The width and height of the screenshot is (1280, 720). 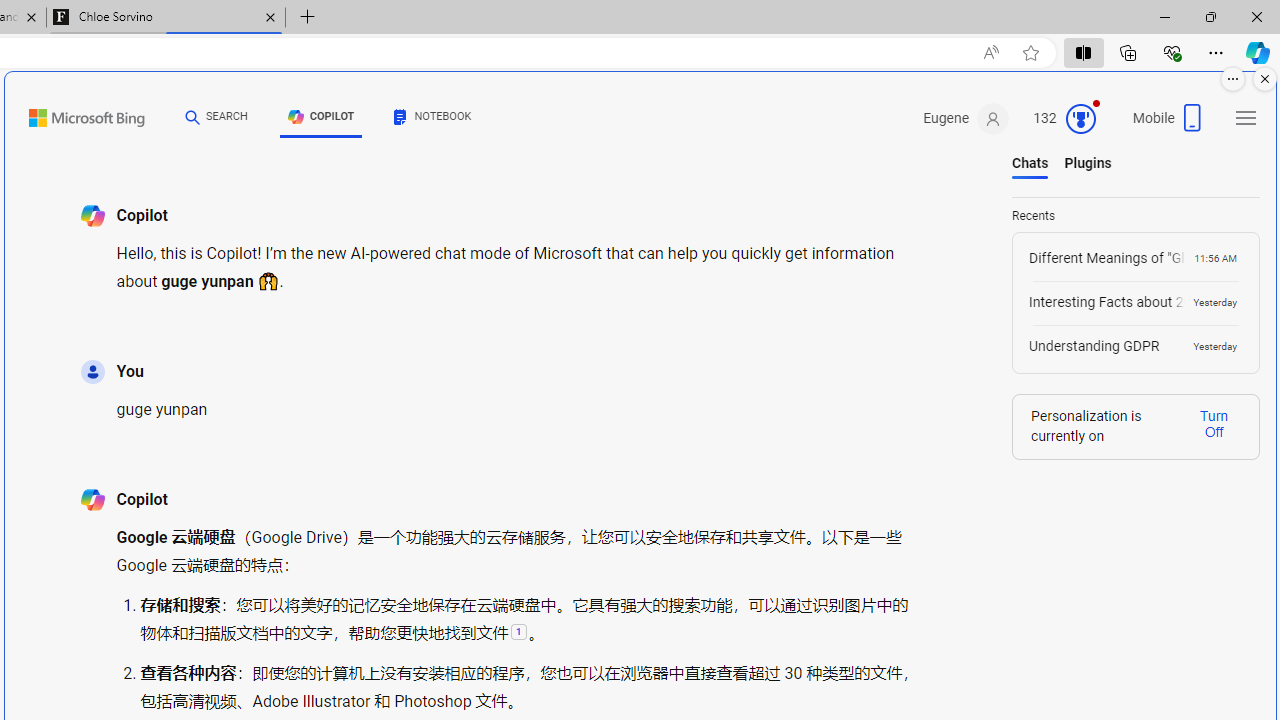 What do you see at coordinates (1031, 162) in the screenshot?
I see `'Chats'` at bounding box center [1031, 162].